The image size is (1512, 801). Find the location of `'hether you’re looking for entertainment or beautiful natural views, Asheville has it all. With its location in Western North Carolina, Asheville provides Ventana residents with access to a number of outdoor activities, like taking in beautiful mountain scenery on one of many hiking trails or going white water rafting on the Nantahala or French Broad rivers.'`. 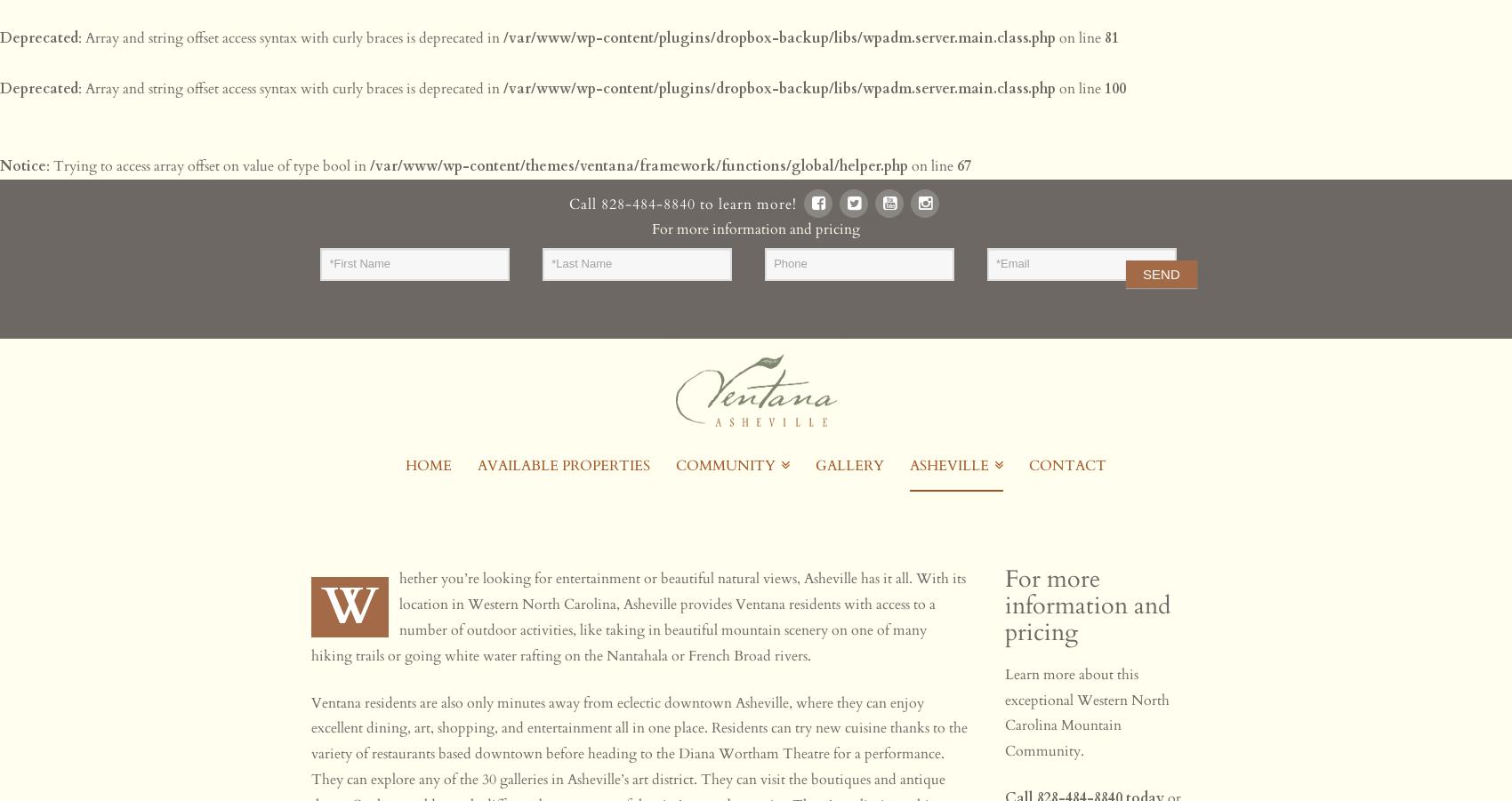

'hether you’re looking for entertainment or beautiful natural views, Asheville has it all. With its location in Western North Carolina, Asheville provides Ventana residents with access to a number of outdoor activities, like taking in beautiful mountain scenery on one of many hiking trails or going white water rafting on the Nantahala or French Broad rivers.' is located at coordinates (639, 617).